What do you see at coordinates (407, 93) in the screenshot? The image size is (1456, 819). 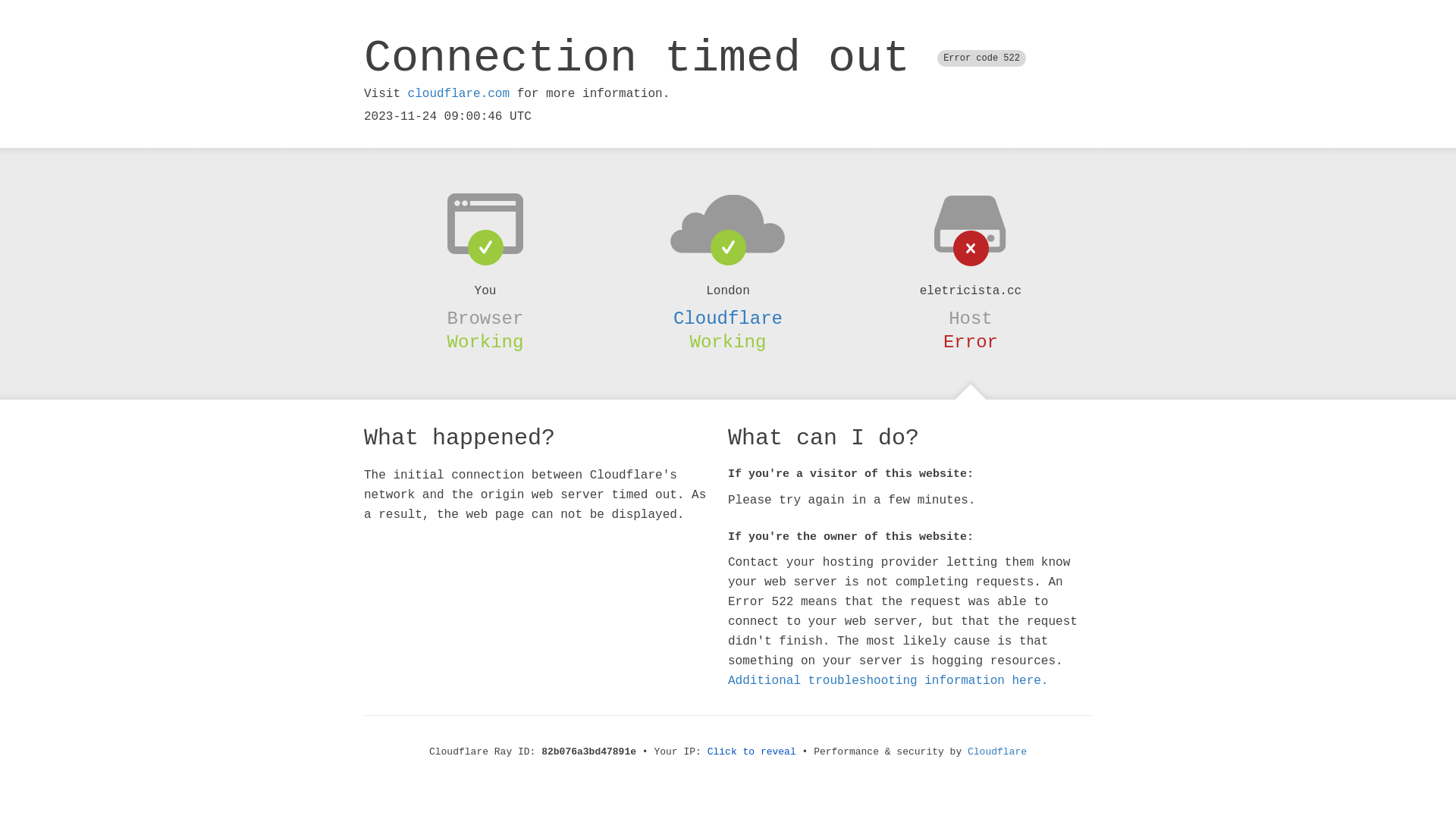 I see `'cloudflare.com'` at bounding box center [407, 93].